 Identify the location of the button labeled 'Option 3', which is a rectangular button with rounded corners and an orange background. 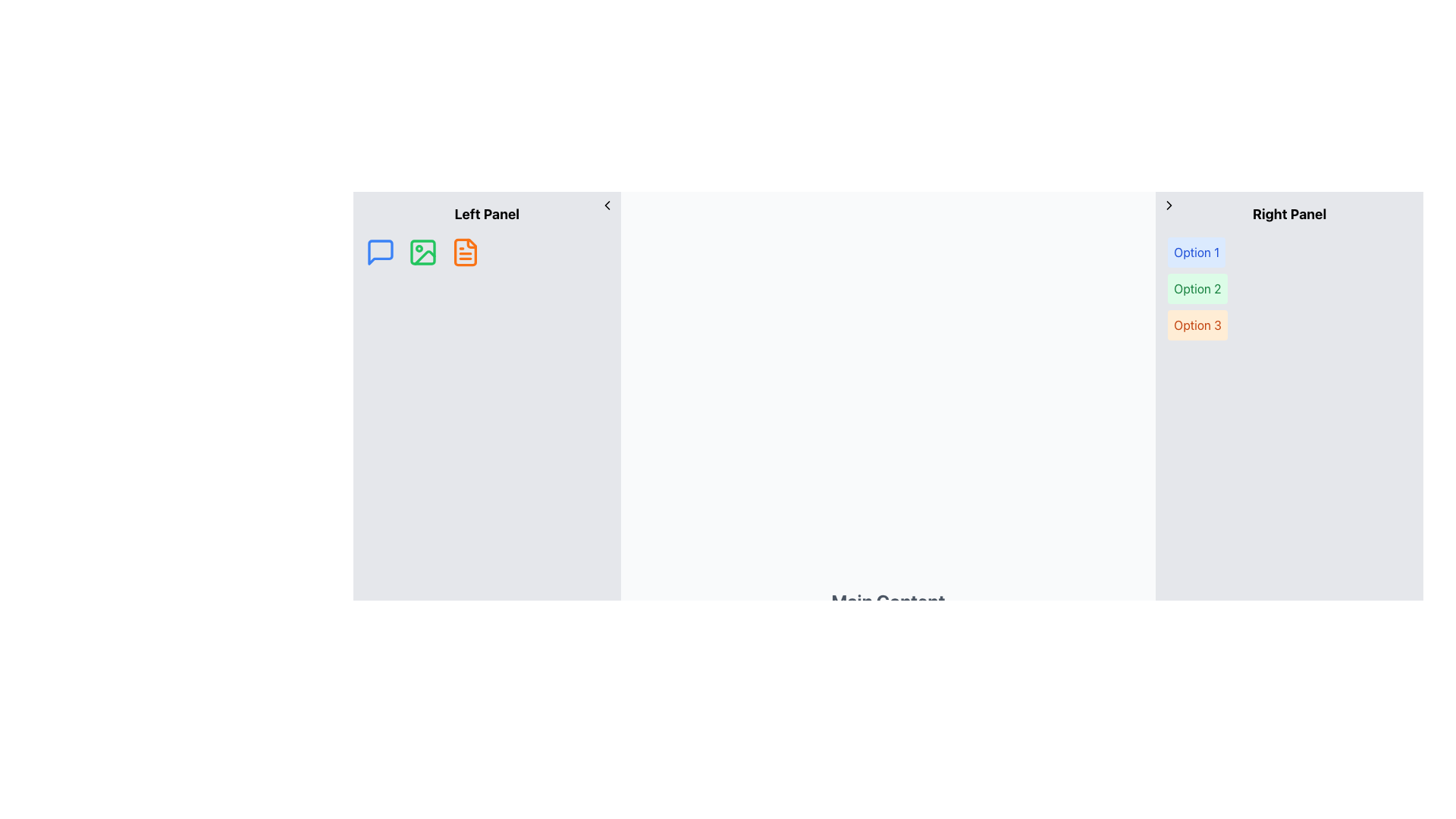
(1197, 324).